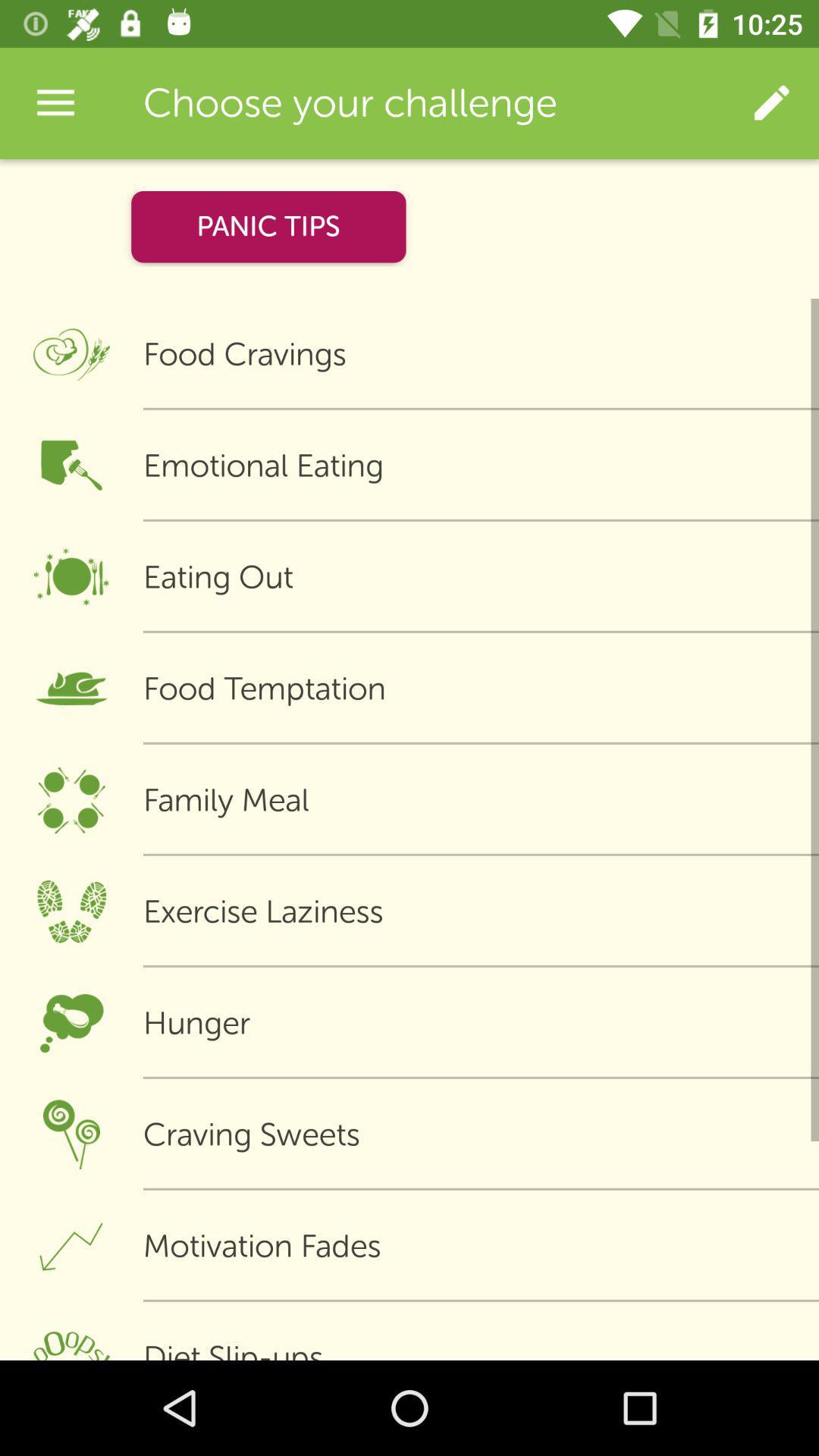 This screenshot has height=1456, width=819. I want to click on the icon at the top right corner, so click(771, 102).